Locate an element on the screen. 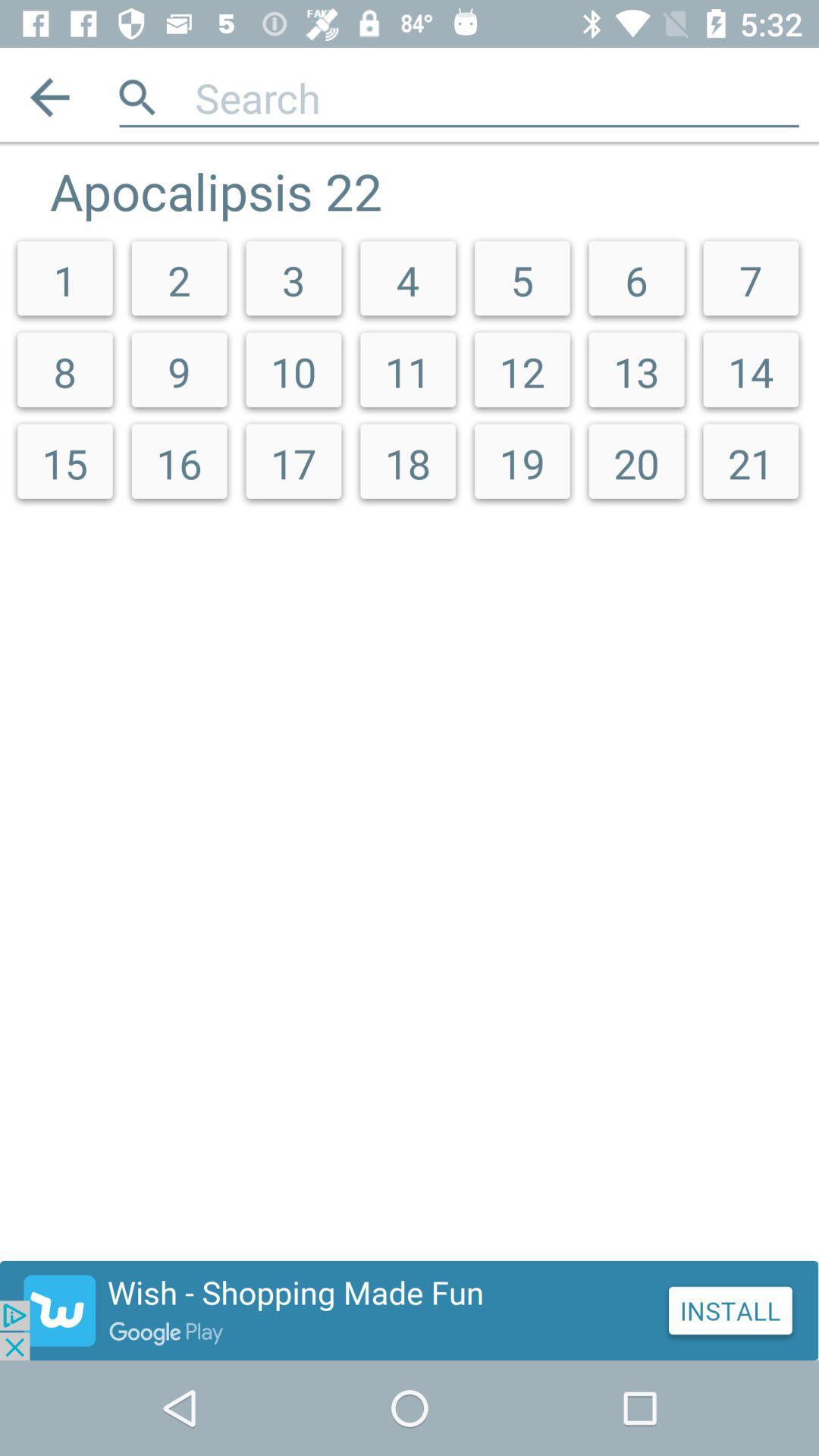  wish app on google play is located at coordinates (409, 1310).